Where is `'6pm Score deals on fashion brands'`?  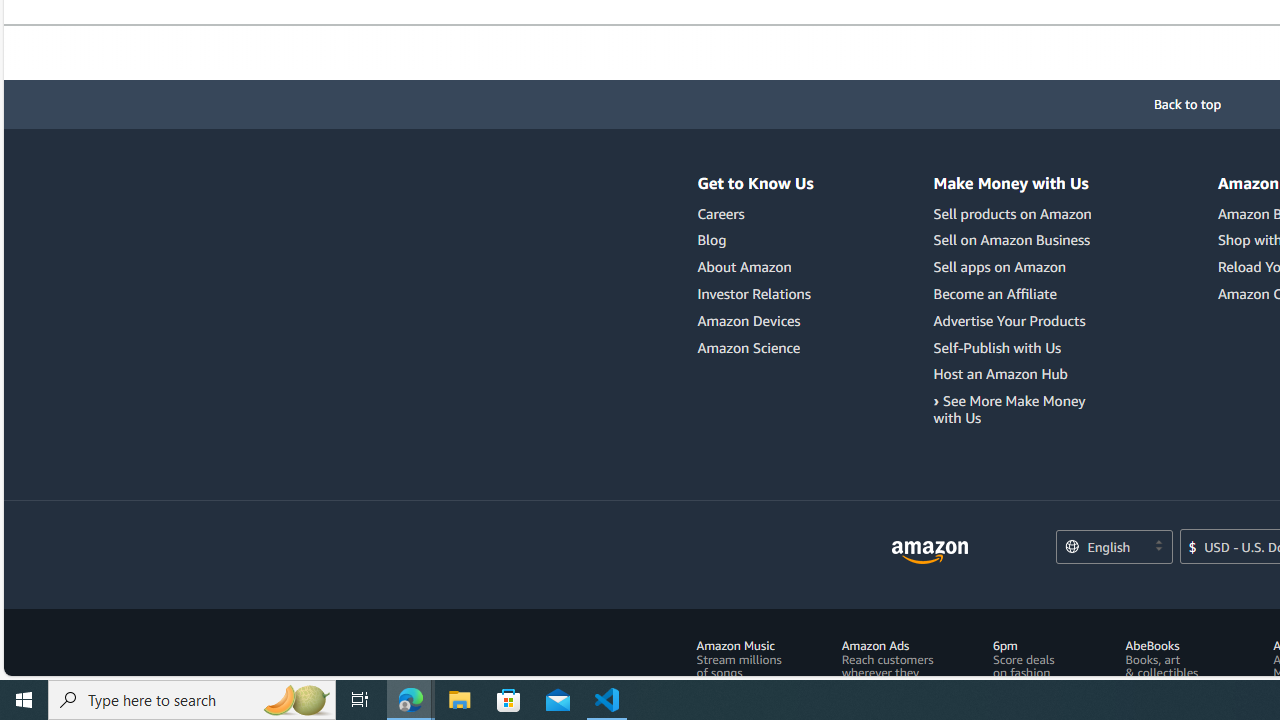
'6pm Score deals on fashion brands' is located at coordinates (1034, 666).